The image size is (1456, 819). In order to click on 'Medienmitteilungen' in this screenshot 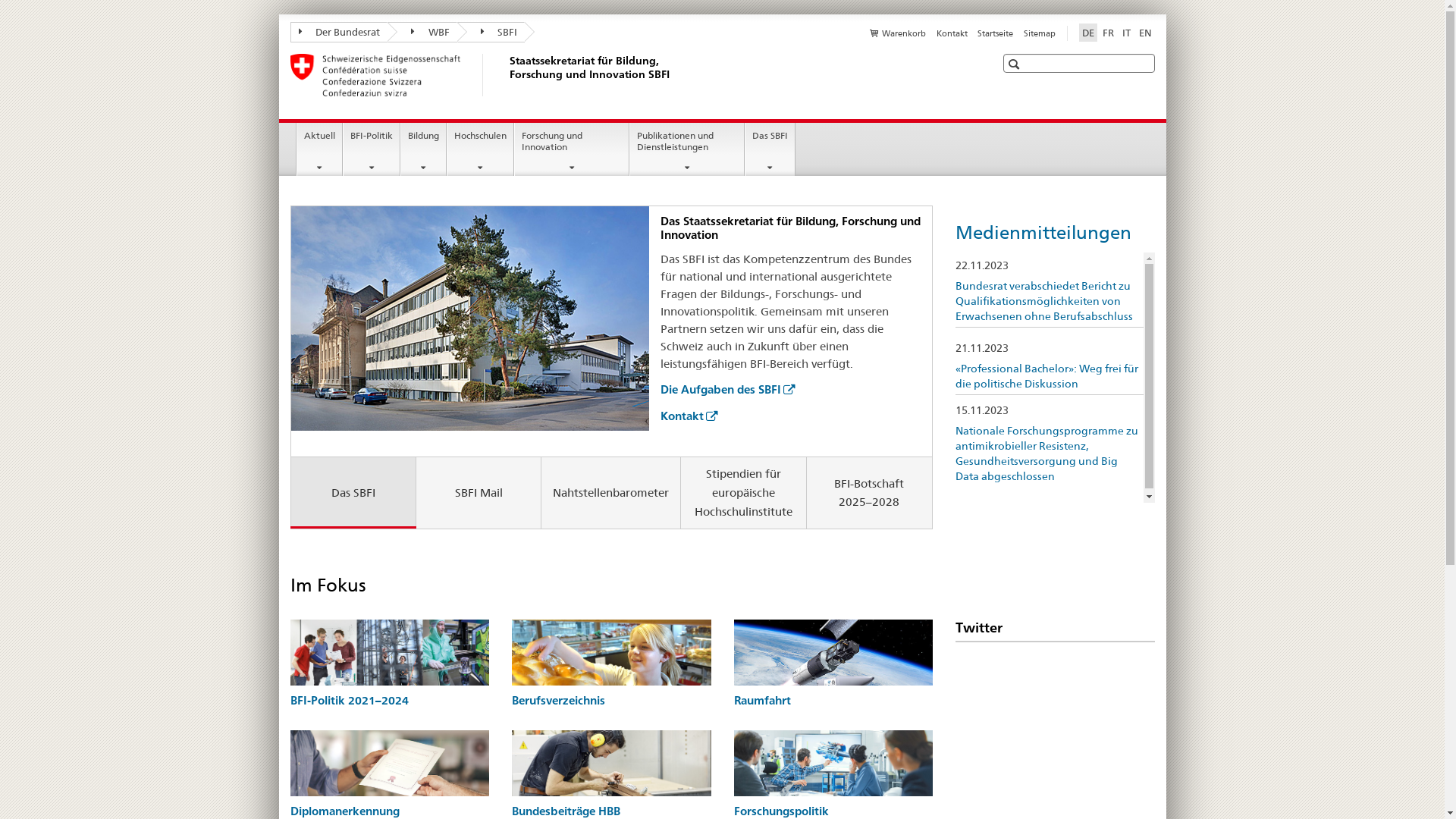, I will do `click(1043, 232)`.